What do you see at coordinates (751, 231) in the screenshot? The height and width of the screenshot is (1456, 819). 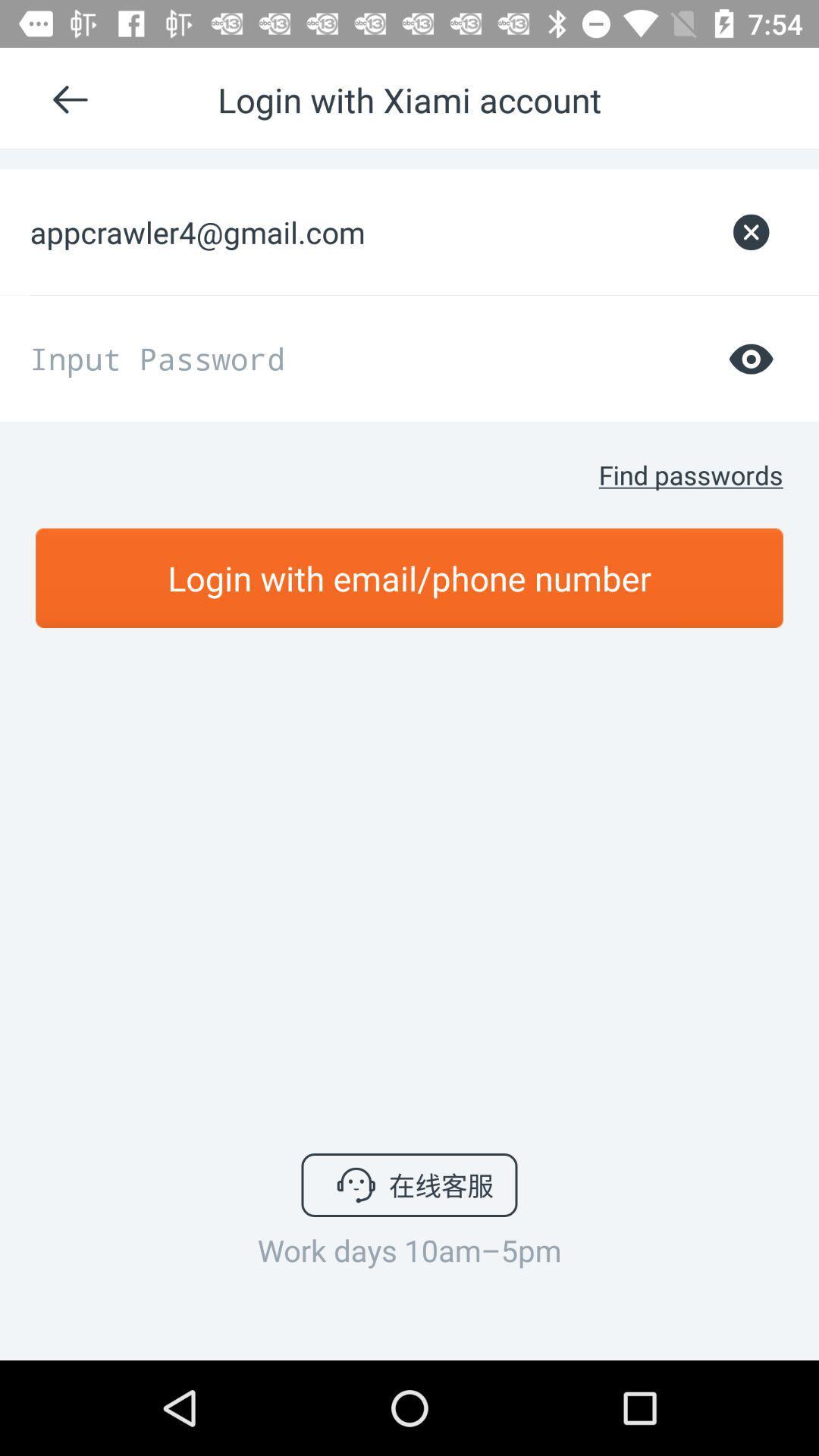 I see `icon next to the appcrawler4@gmail.com item` at bounding box center [751, 231].